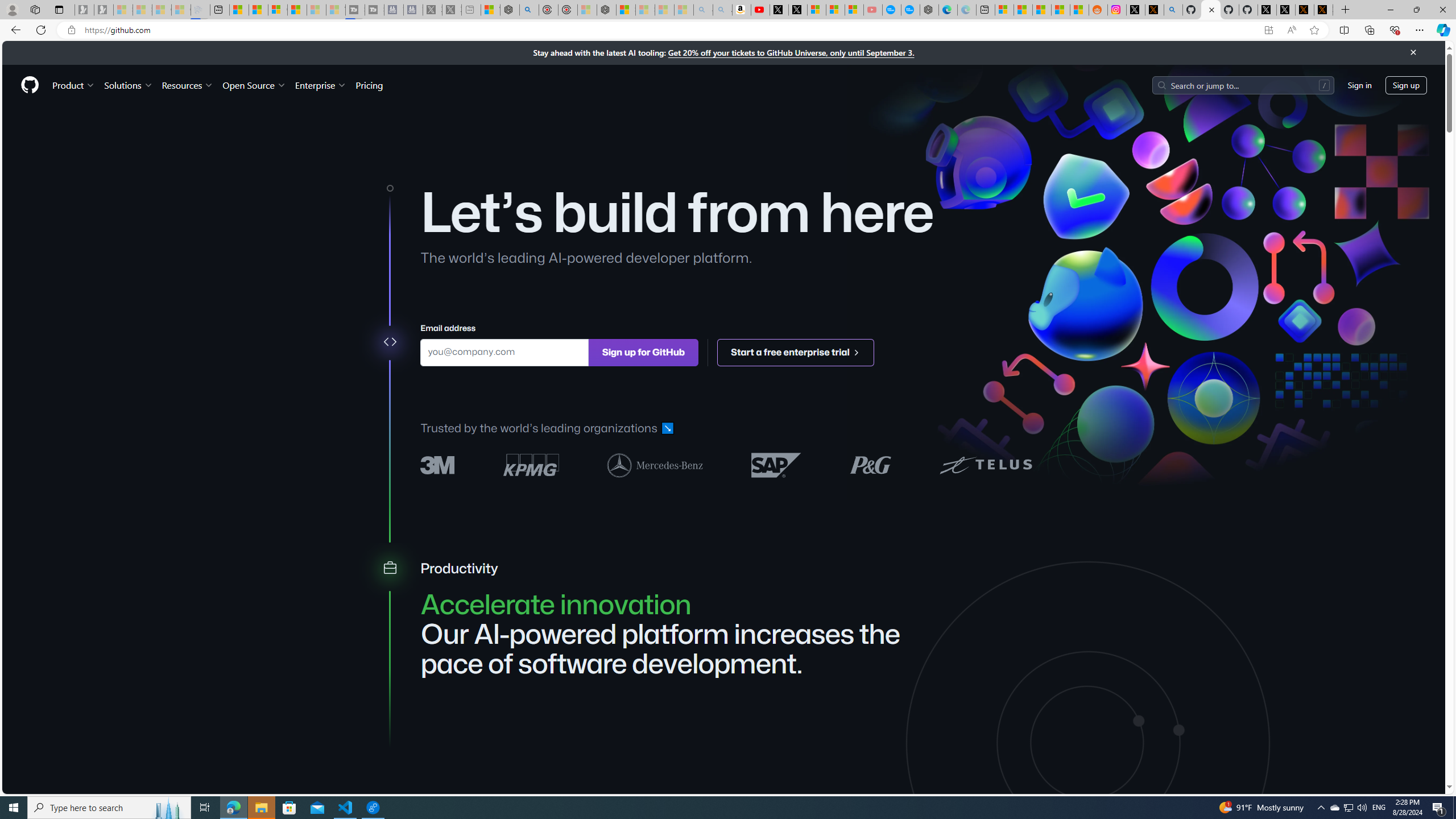 The image size is (1456, 819). Describe the element at coordinates (74, 85) in the screenshot. I see `'Product'` at that location.